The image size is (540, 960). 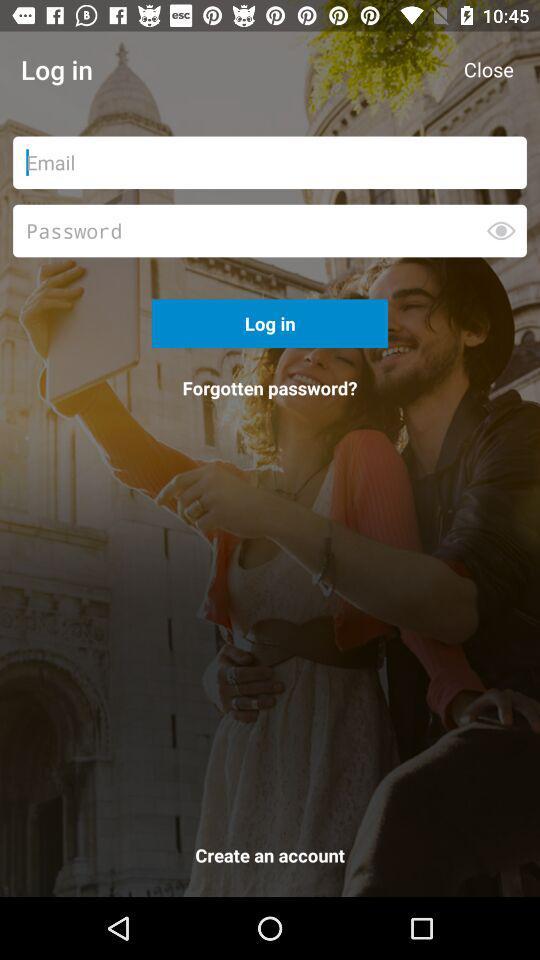 What do you see at coordinates (270, 387) in the screenshot?
I see `forgotten password? icon` at bounding box center [270, 387].